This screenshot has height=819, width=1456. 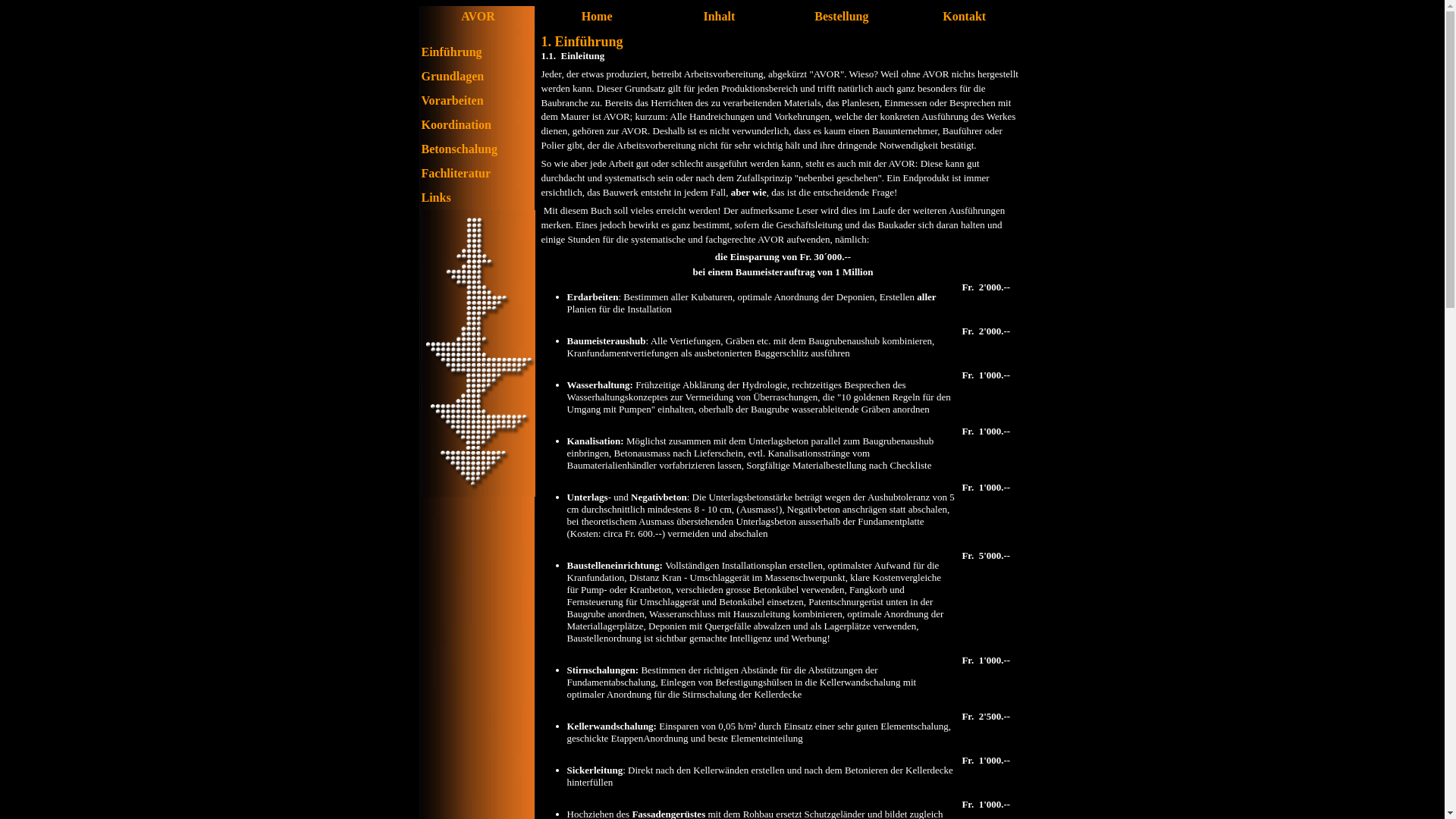 I want to click on 'Vorarbeiten', so click(x=451, y=100).